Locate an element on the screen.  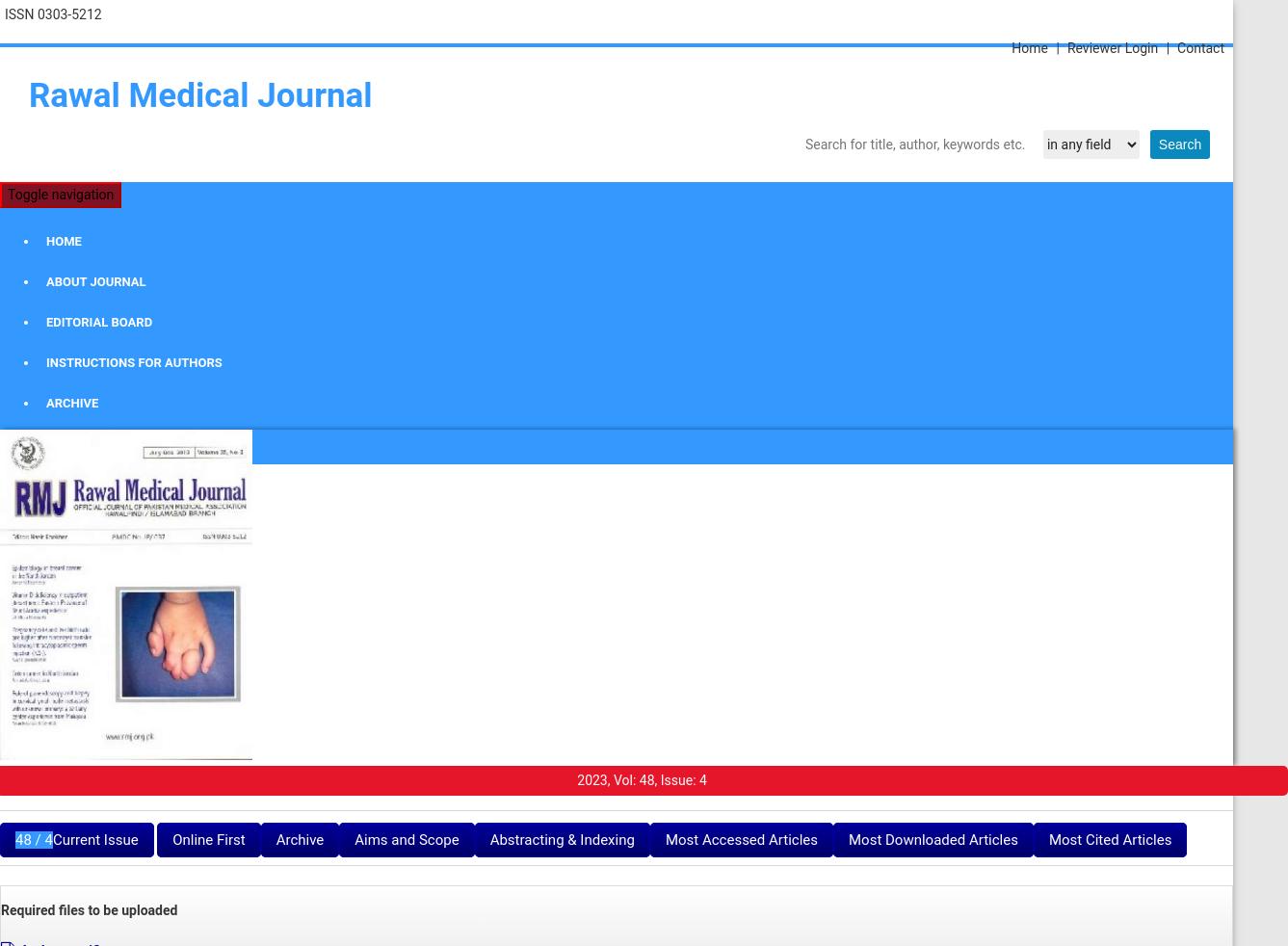
'Online First' is located at coordinates (208, 839).